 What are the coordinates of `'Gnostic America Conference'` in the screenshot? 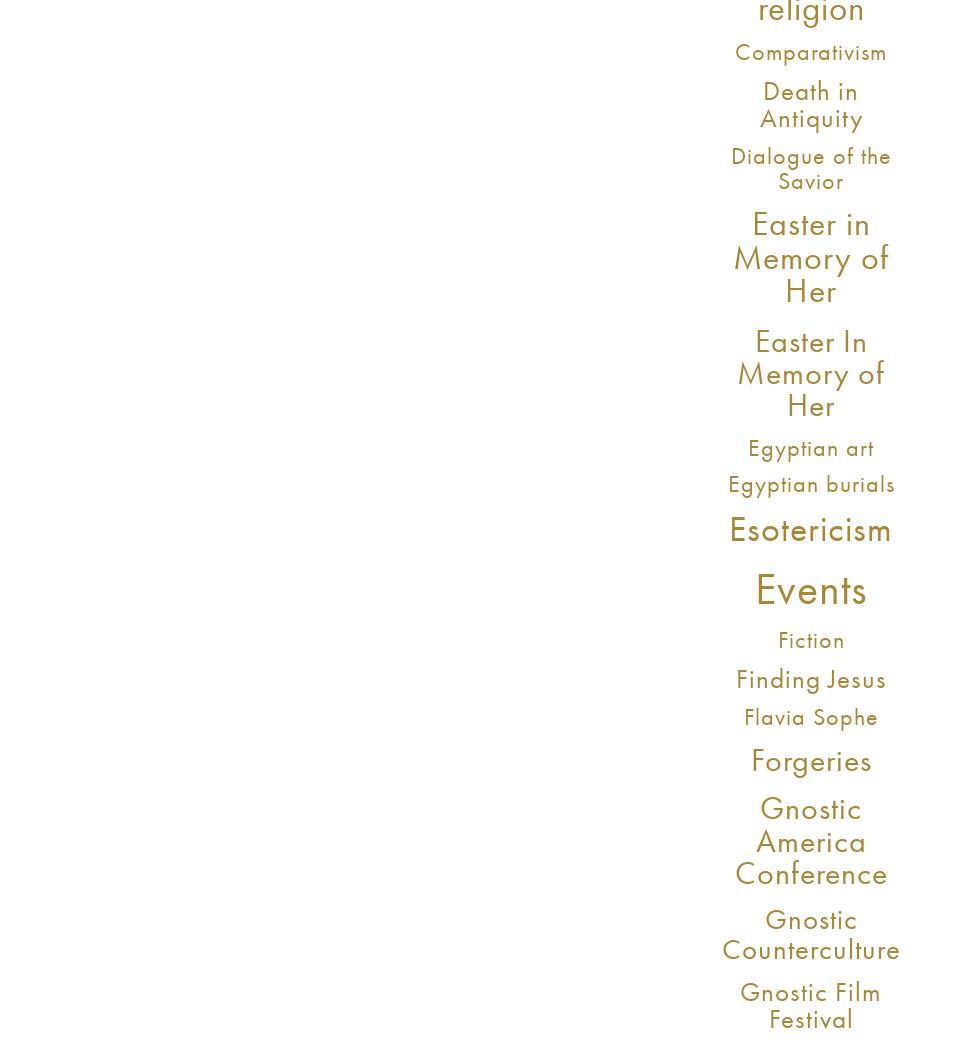 It's located at (809, 840).